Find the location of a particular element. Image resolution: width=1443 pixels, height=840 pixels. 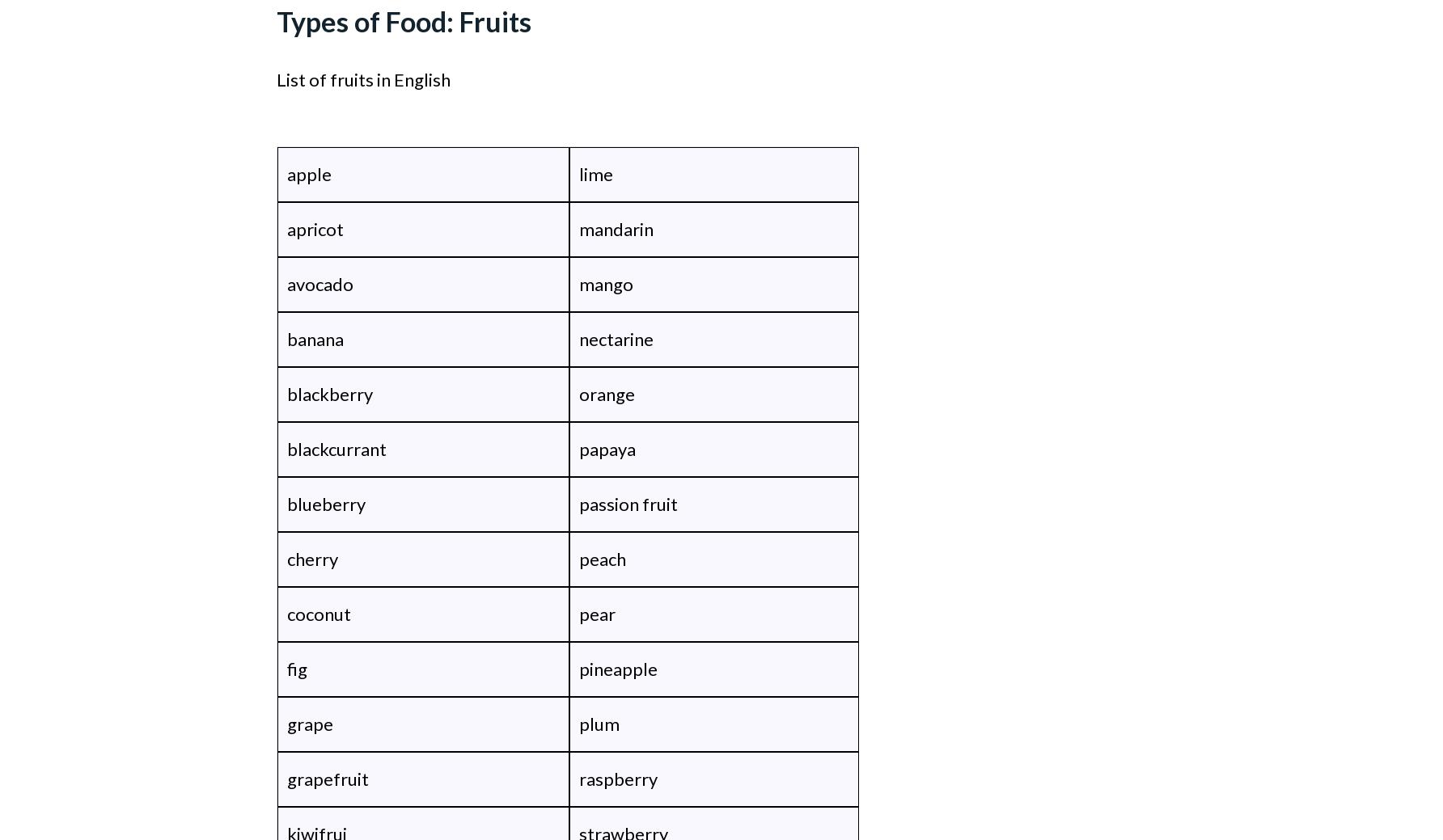

'apple' is located at coordinates (308, 174).